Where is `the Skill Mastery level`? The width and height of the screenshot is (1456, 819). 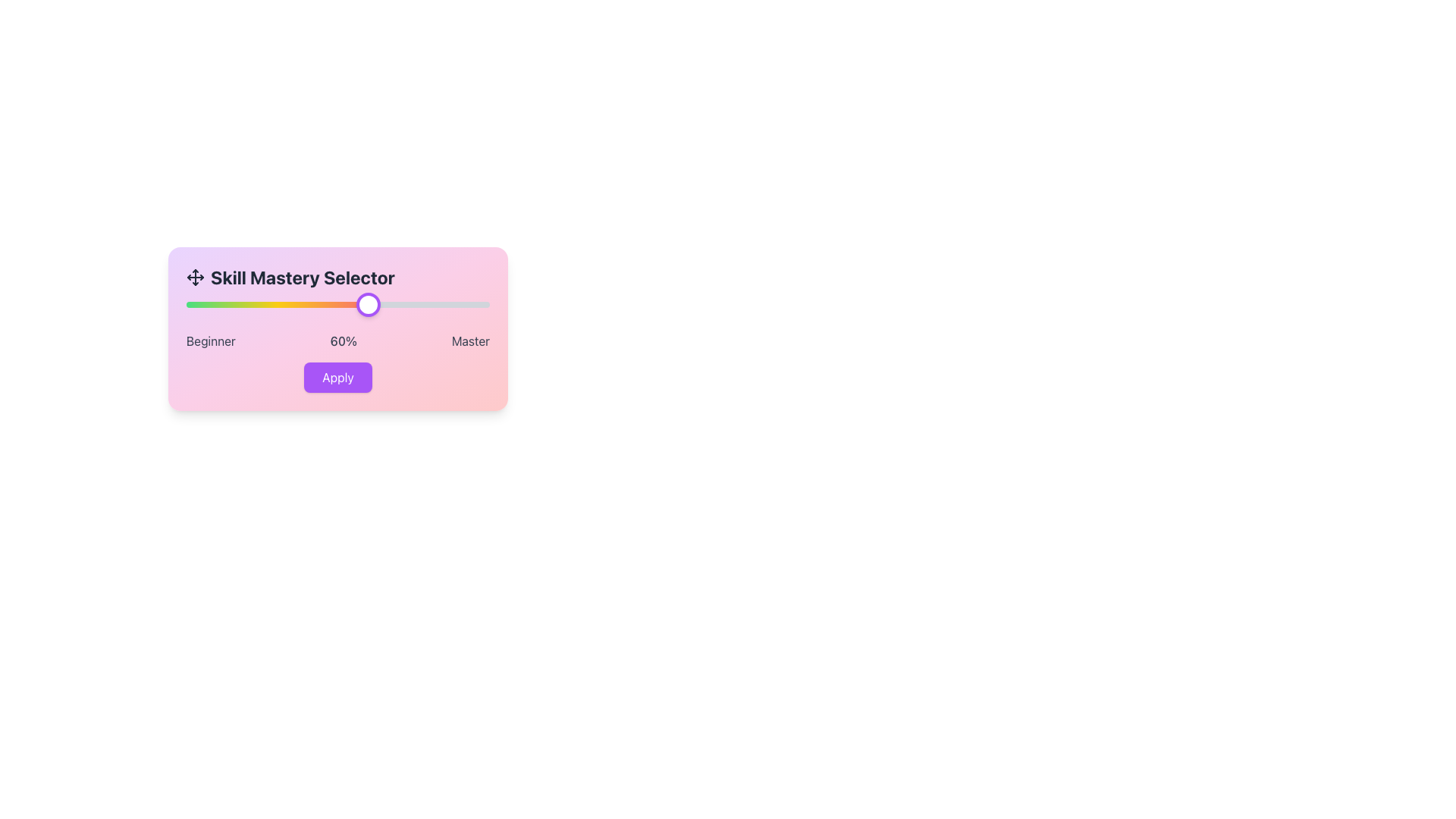
the Skill Mastery level is located at coordinates (265, 304).